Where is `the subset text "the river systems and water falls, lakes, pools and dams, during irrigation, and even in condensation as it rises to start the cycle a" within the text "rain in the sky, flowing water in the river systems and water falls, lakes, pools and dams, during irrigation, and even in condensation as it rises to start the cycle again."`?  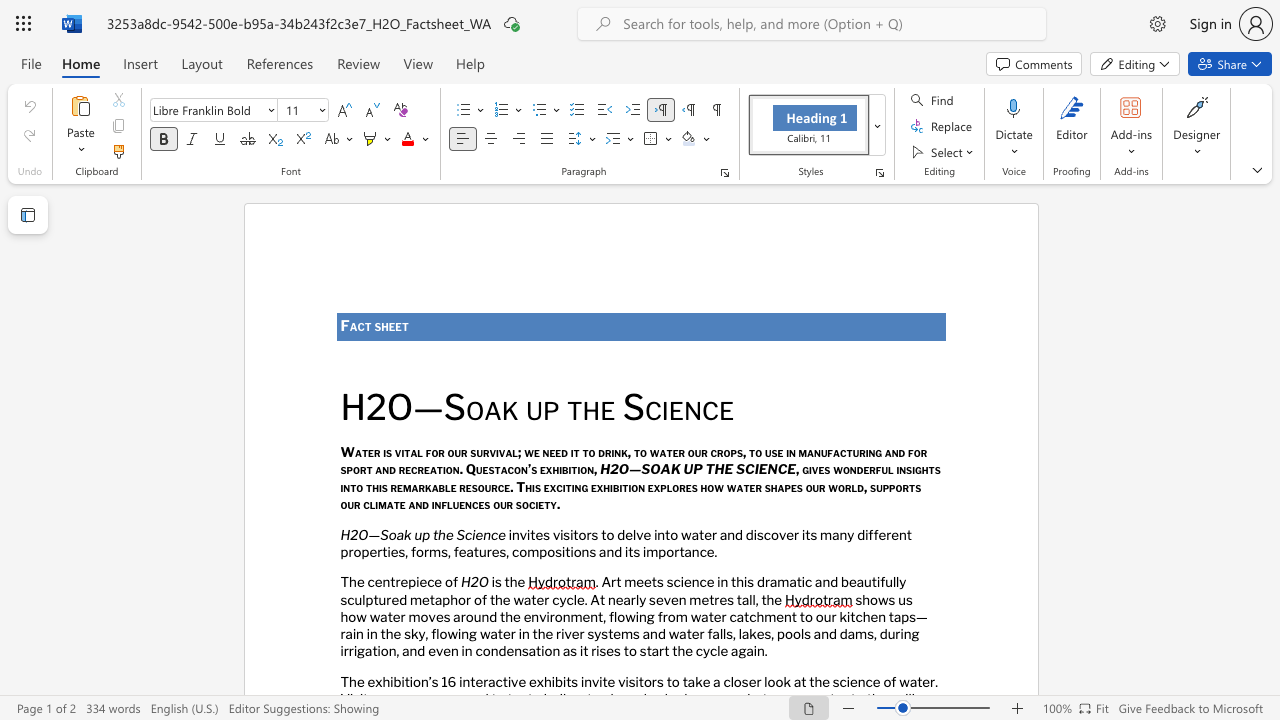 the subset text "the river systems and water falls, lakes, pools and dams, during irrigation, and even in condensation as it rises to start the cycle a" within the text "rain in the sky, flowing water in the river systems and water falls, lakes, pools and dams, during irrigation, and even in condensation as it rises to start the cycle again." is located at coordinates (532, 634).